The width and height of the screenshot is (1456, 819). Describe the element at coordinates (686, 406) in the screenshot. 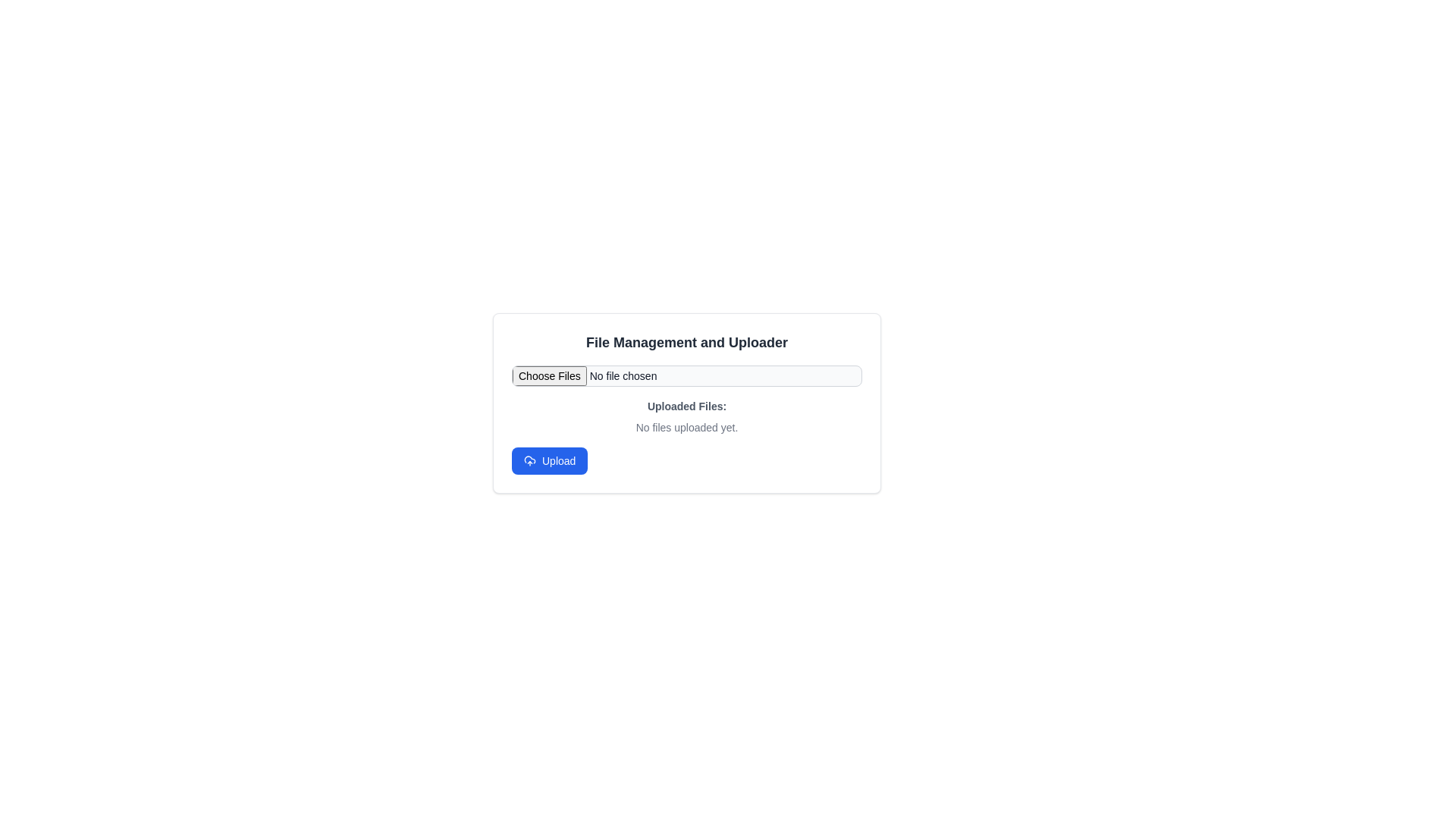

I see `the text label indicating the section for uploaded files, which is positioned above the 'No files uploaded yet.' text and below the file selection input field` at that location.